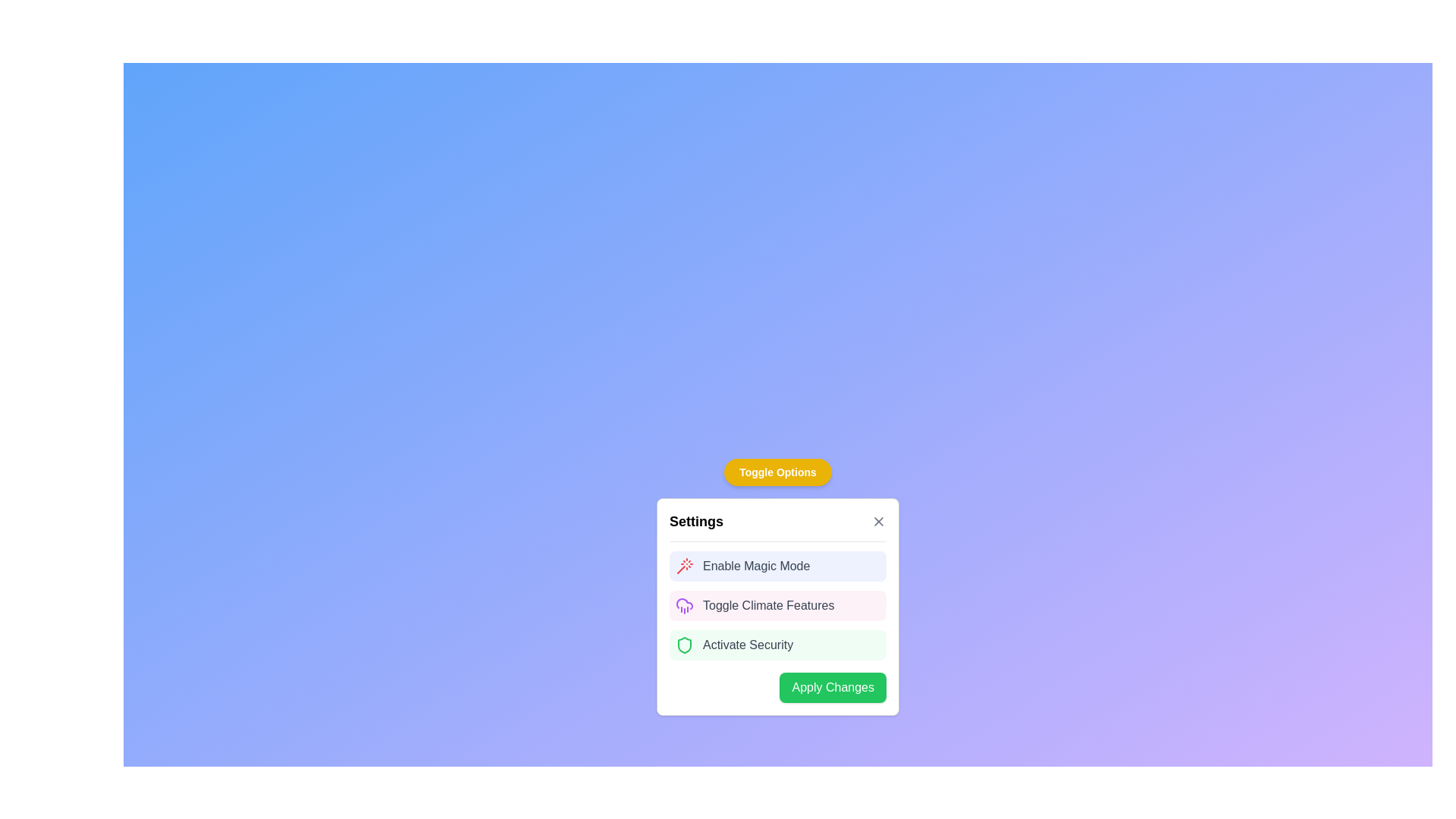  I want to click on the SVG icon representing security, which is positioned to the far left of the 'Activate Security' feature text, so click(683, 645).